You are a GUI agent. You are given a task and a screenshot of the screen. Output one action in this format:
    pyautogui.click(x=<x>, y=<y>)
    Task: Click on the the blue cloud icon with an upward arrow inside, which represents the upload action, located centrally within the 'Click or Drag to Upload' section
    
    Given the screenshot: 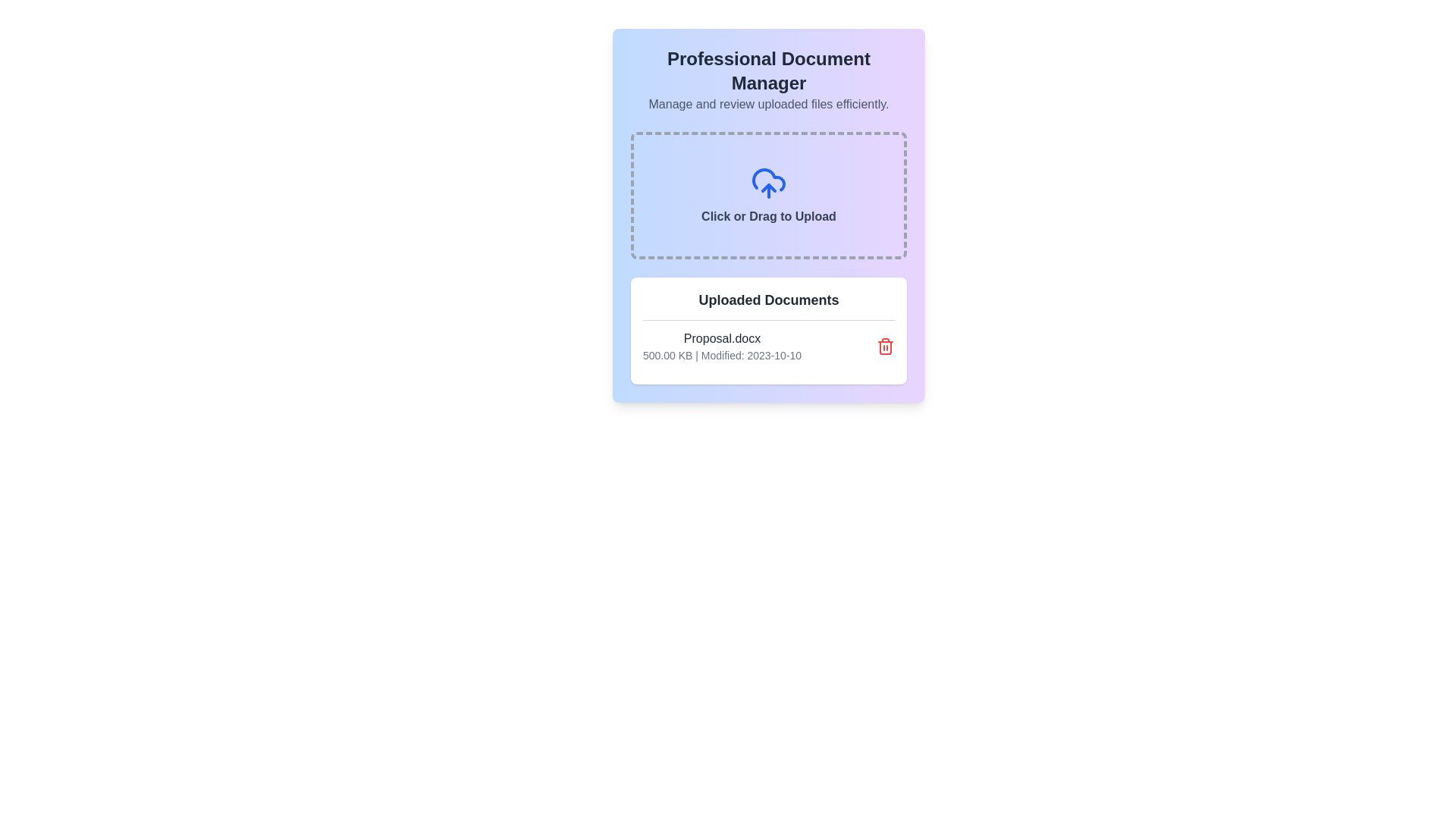 What is the action you would take?
    pyautogui.click(x=768, y=183)
    